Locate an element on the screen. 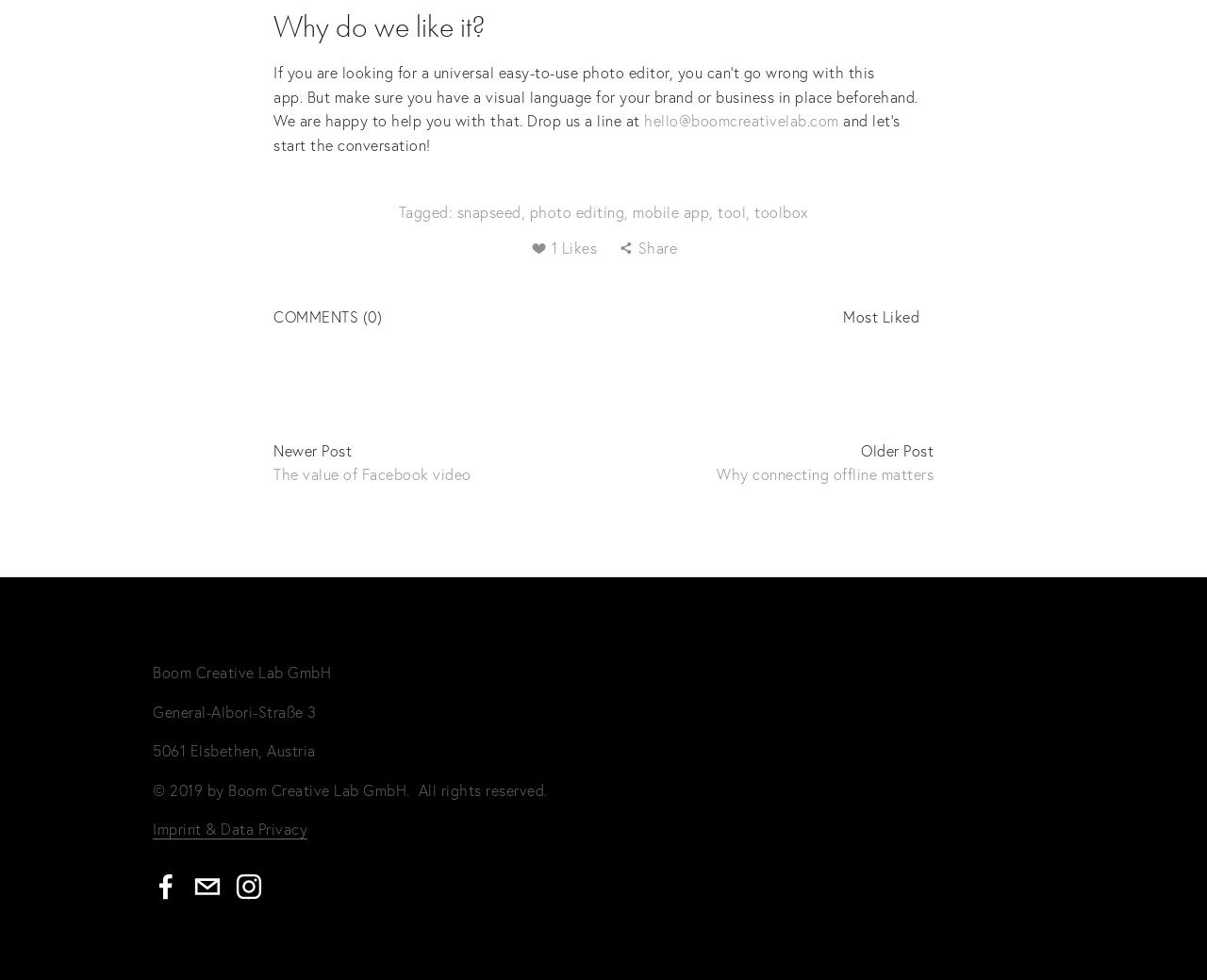 This screenshot has width=1207, height=980. 'mobile app' is located at coordinates (670, 211).